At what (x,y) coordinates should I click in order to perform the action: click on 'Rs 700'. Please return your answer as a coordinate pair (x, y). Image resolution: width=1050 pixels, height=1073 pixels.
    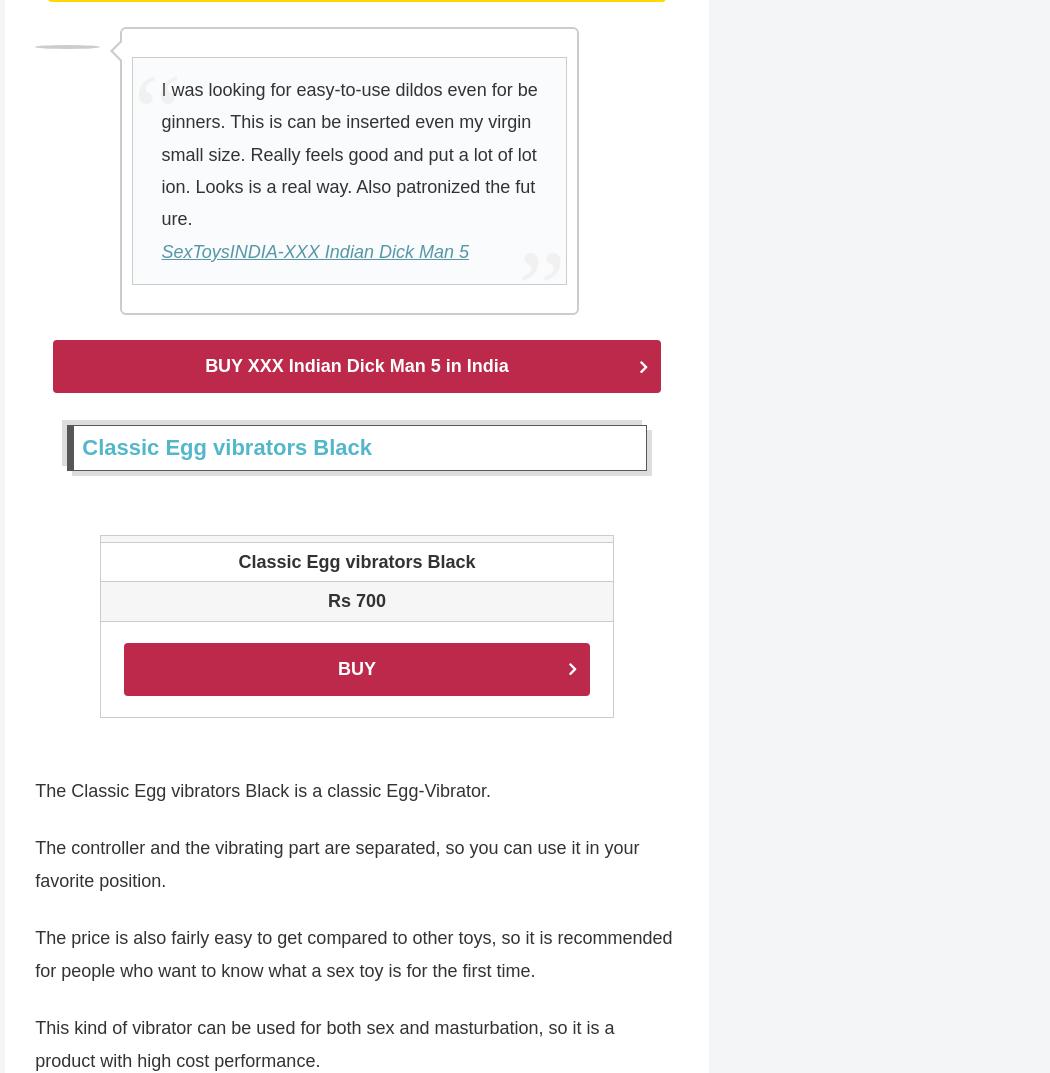
    Looking at the image, I should click on (326, 602).